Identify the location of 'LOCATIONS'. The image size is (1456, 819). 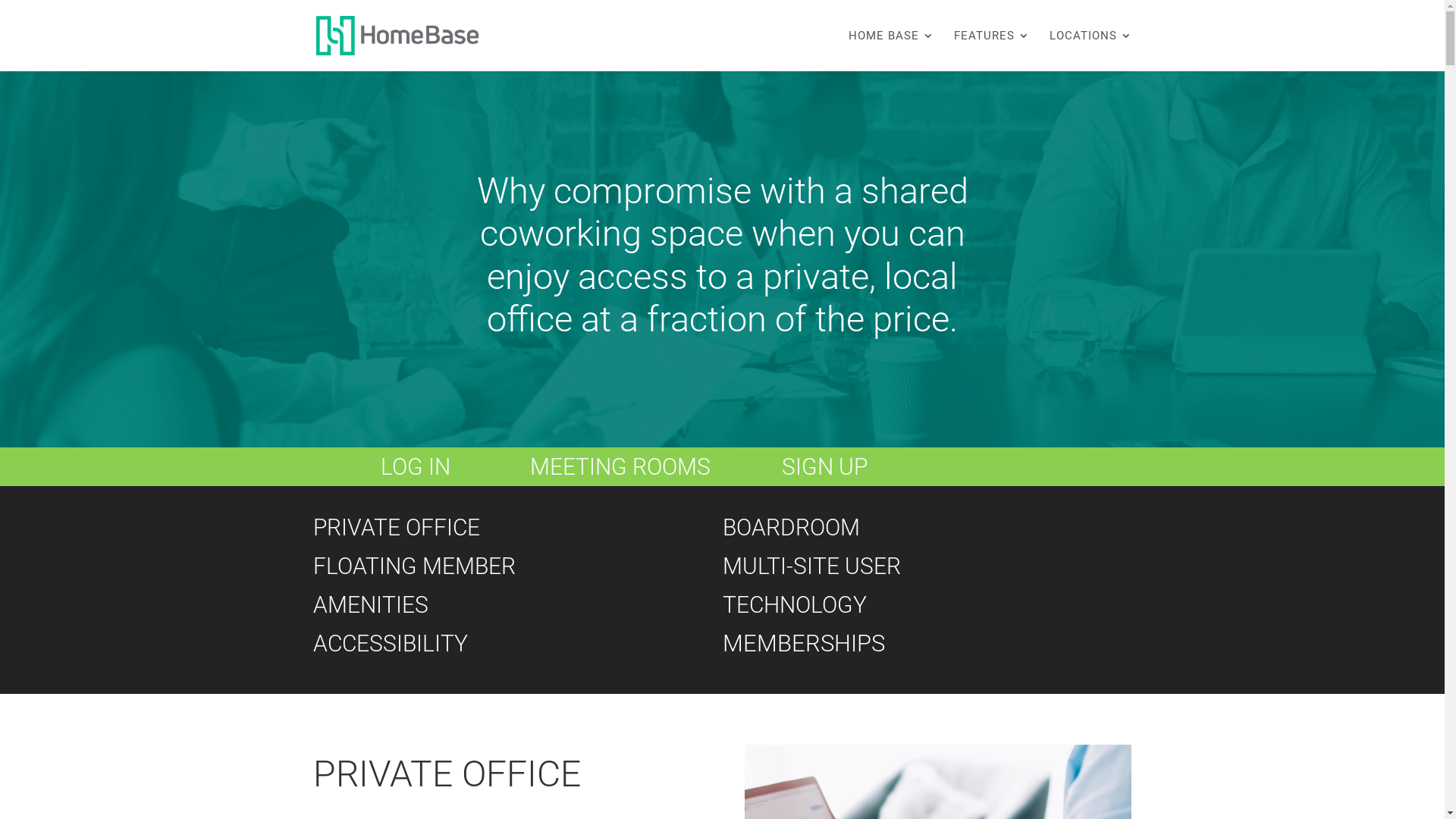
(1090, 49).